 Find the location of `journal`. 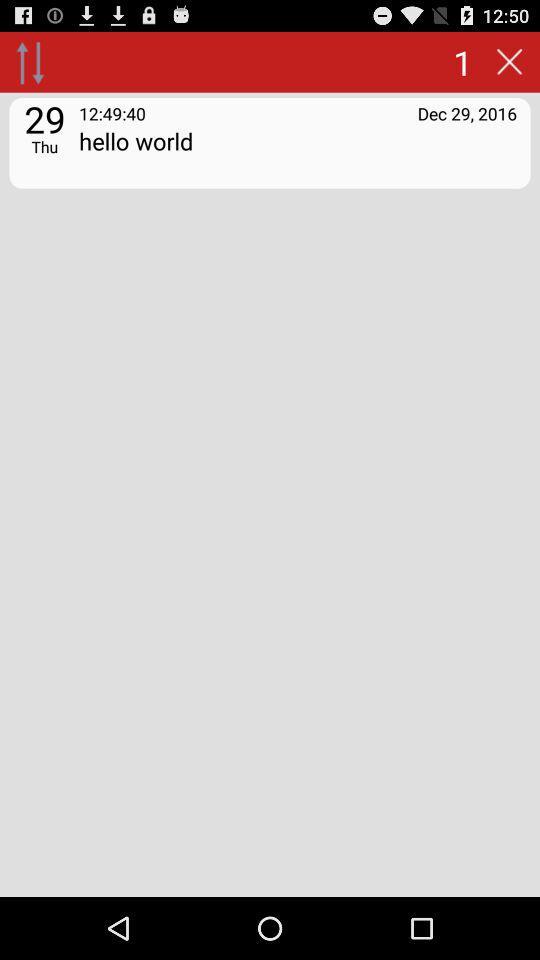

journal is located at coordinates (509, 61).